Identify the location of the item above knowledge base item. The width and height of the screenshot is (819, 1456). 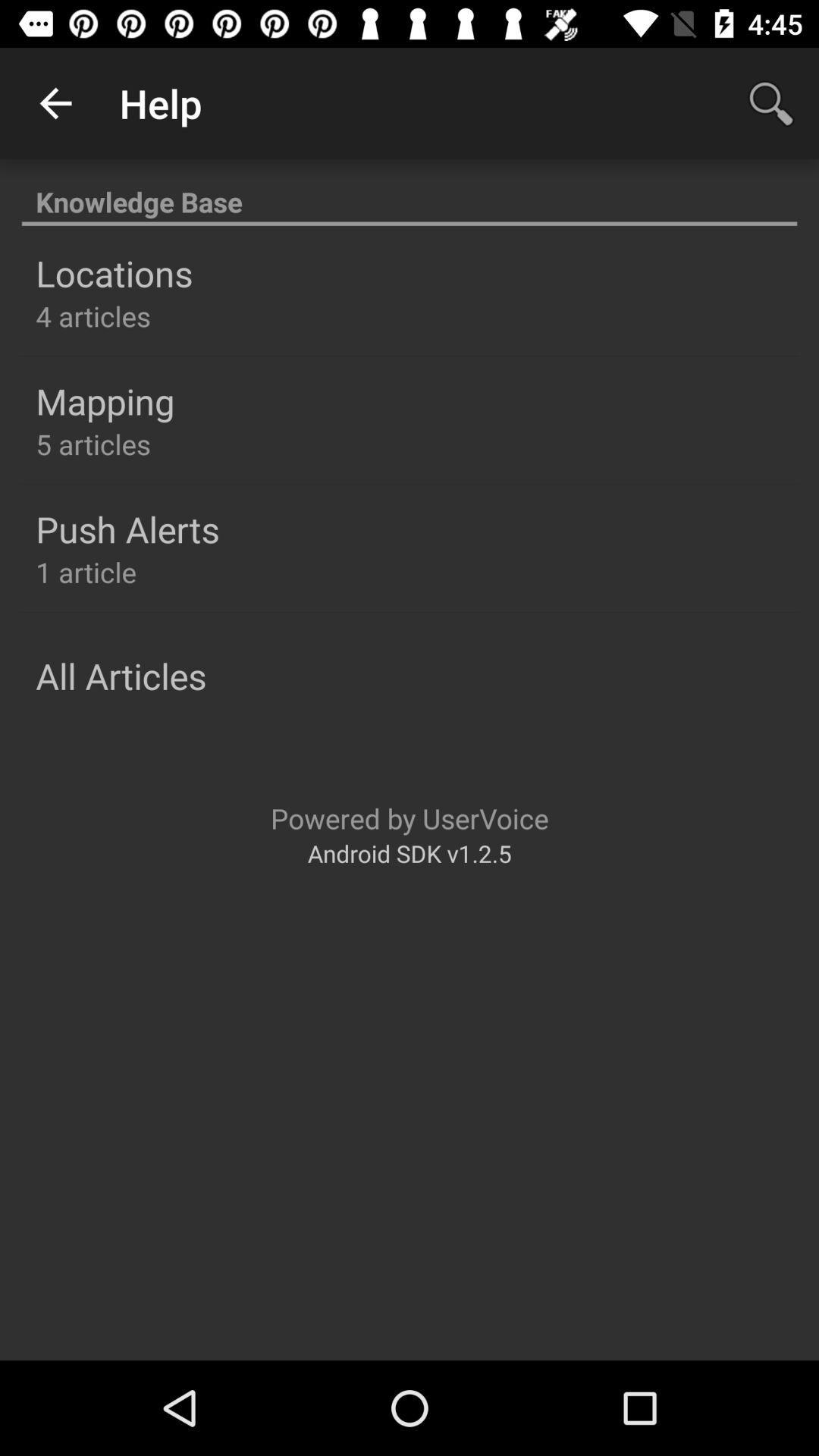
(55, 102).